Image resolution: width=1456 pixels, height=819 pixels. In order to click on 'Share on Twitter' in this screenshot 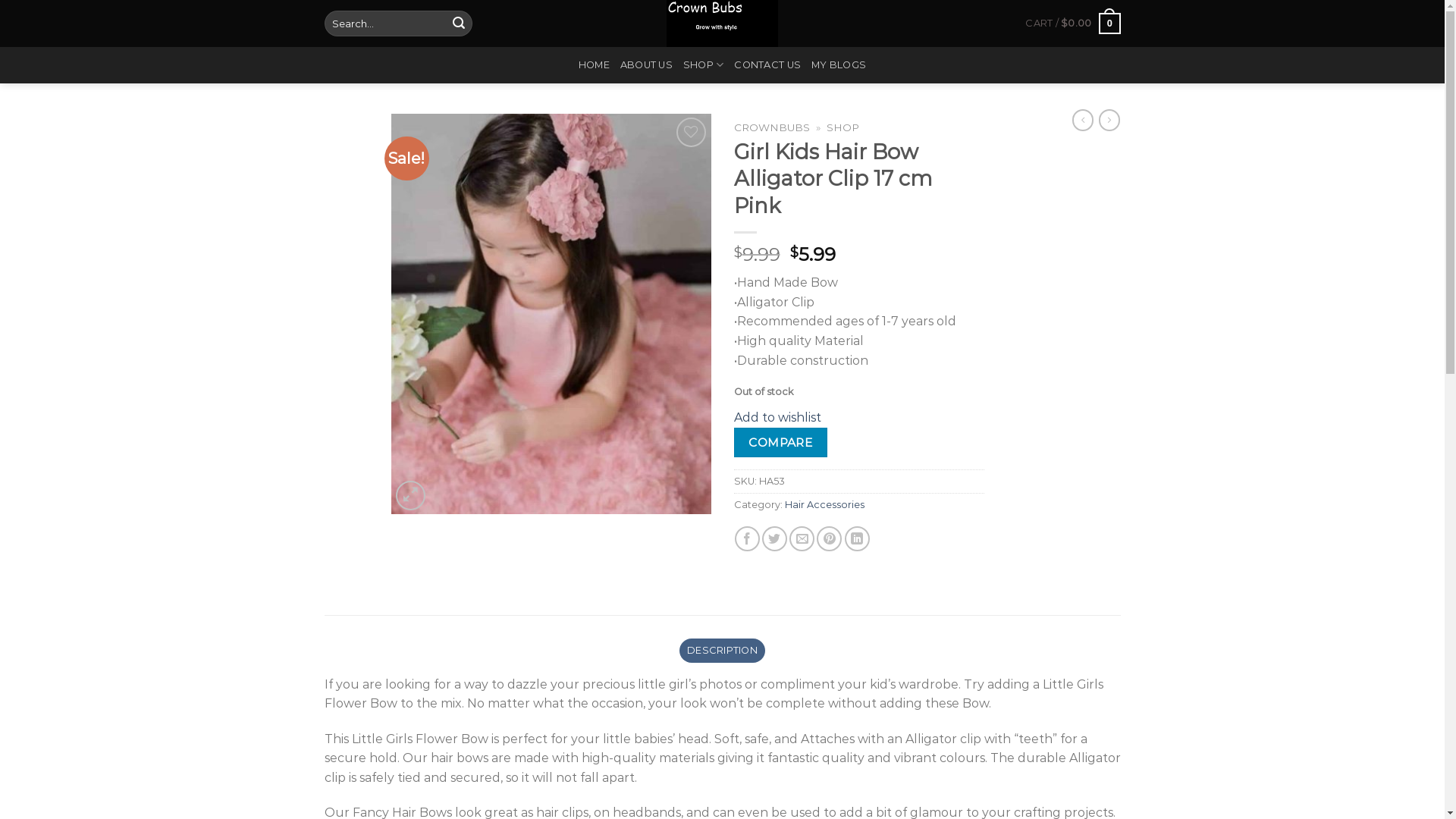, I will do `click(774, 538)`.